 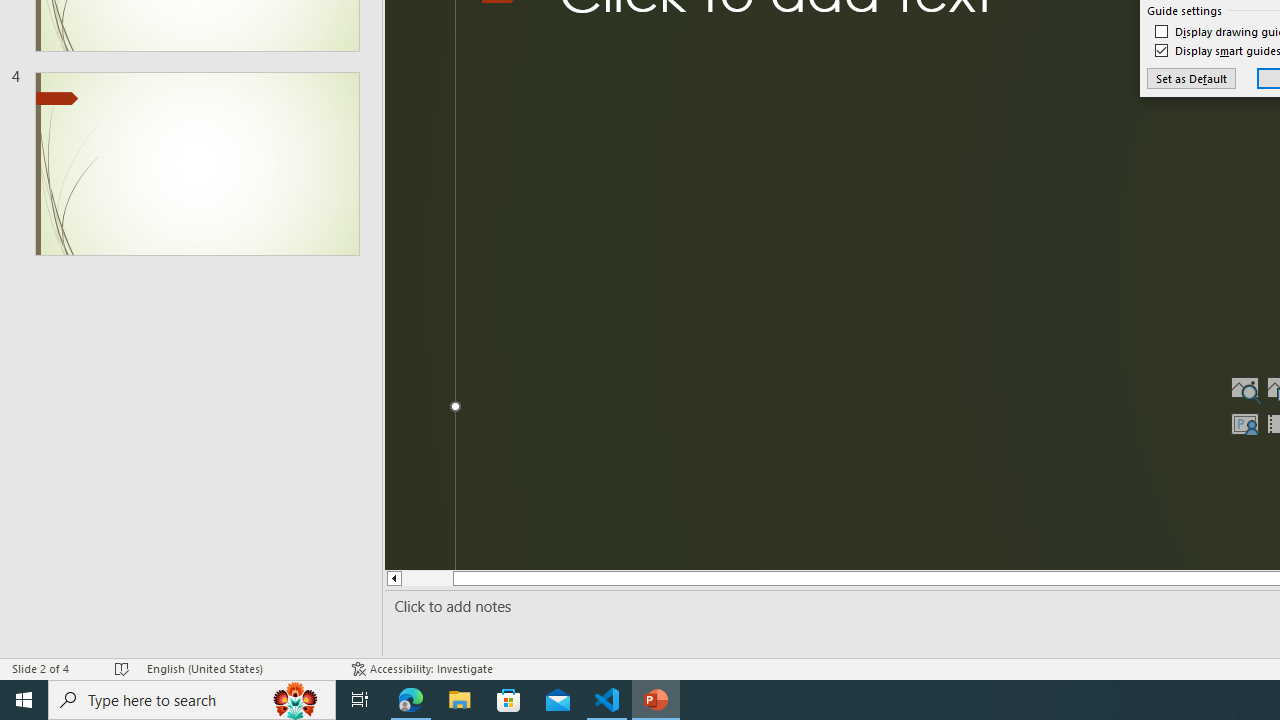 What do you see at coordinates (1191, 77) in the screenshot?
I see `'Set as Default'` at bounding box center [1191, 77].